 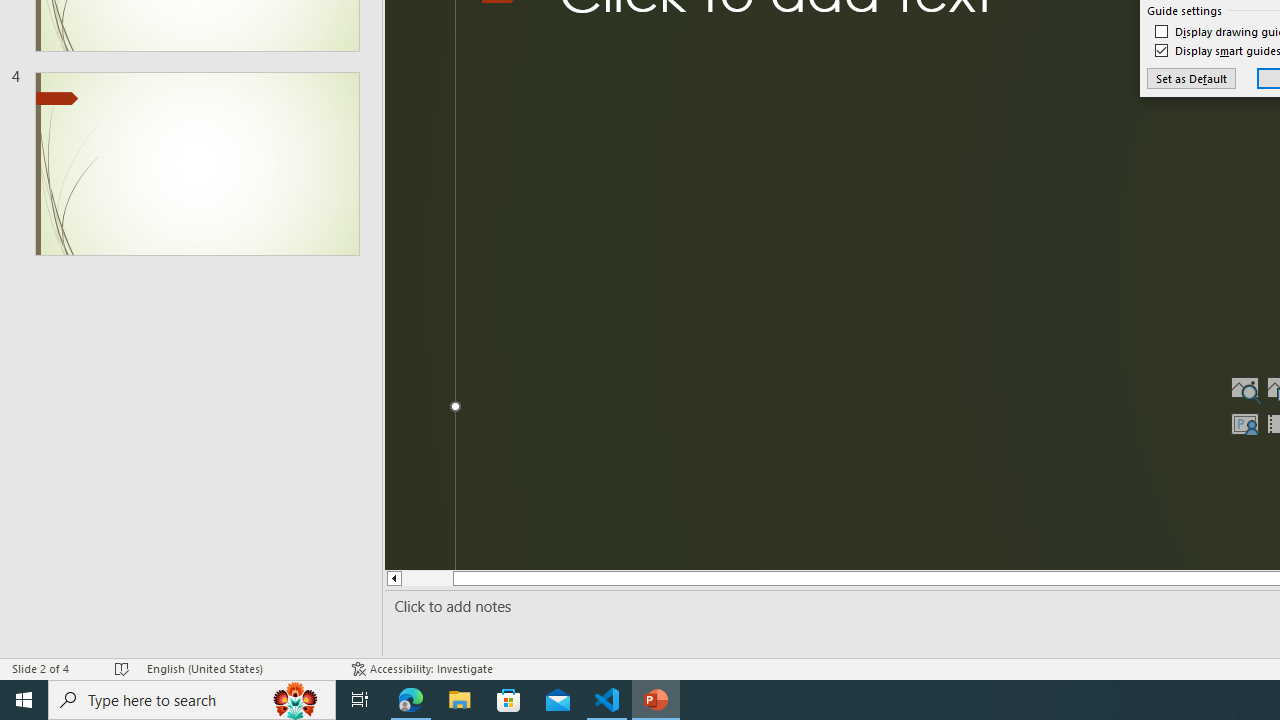 What do you see at coordinates (1191, 77) in the screenshot?
I see `'Set as Default'` at bounding box center [1191, 77].